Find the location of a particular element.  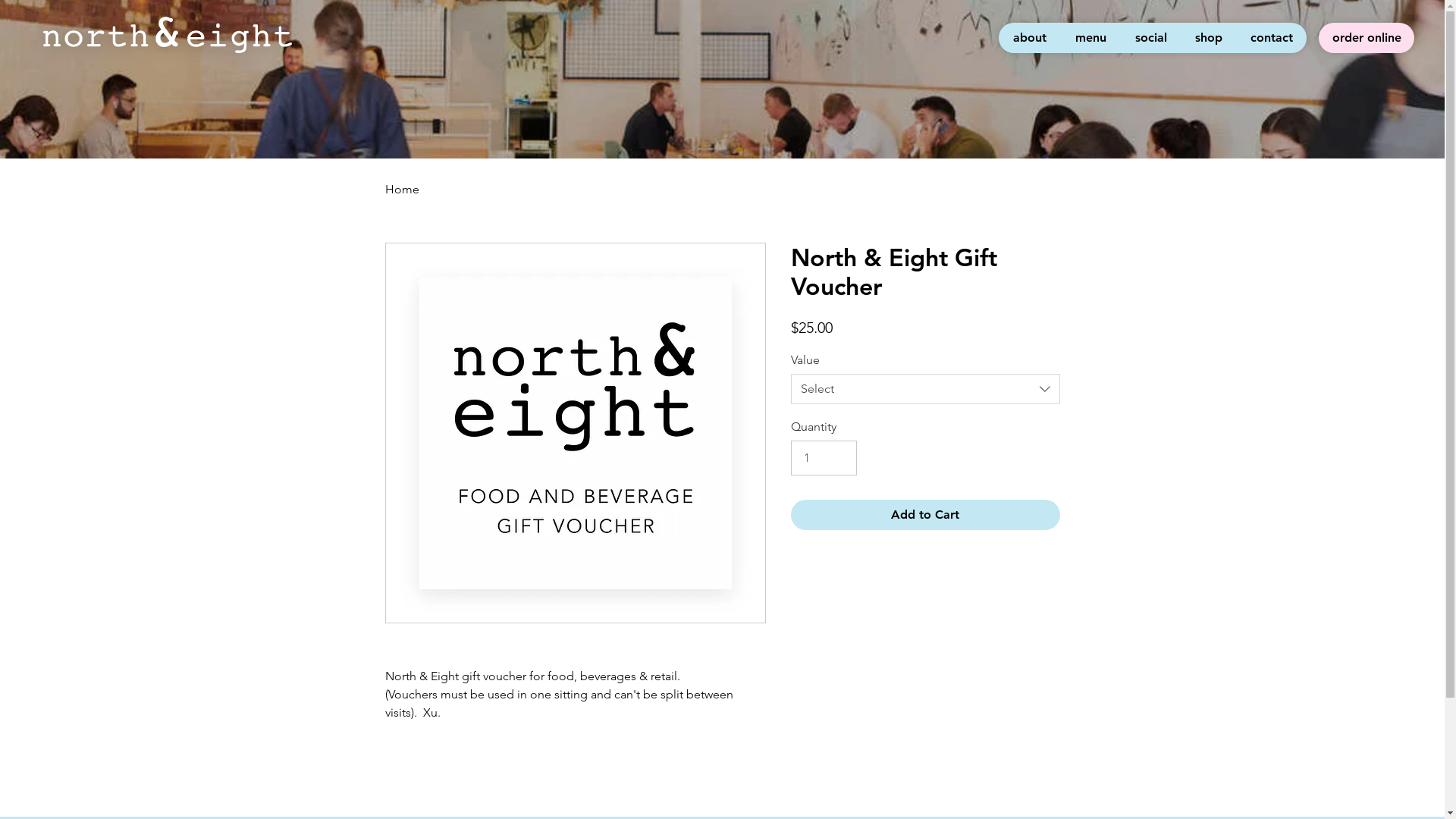

'shop' is located at coordinates (1207, 37).